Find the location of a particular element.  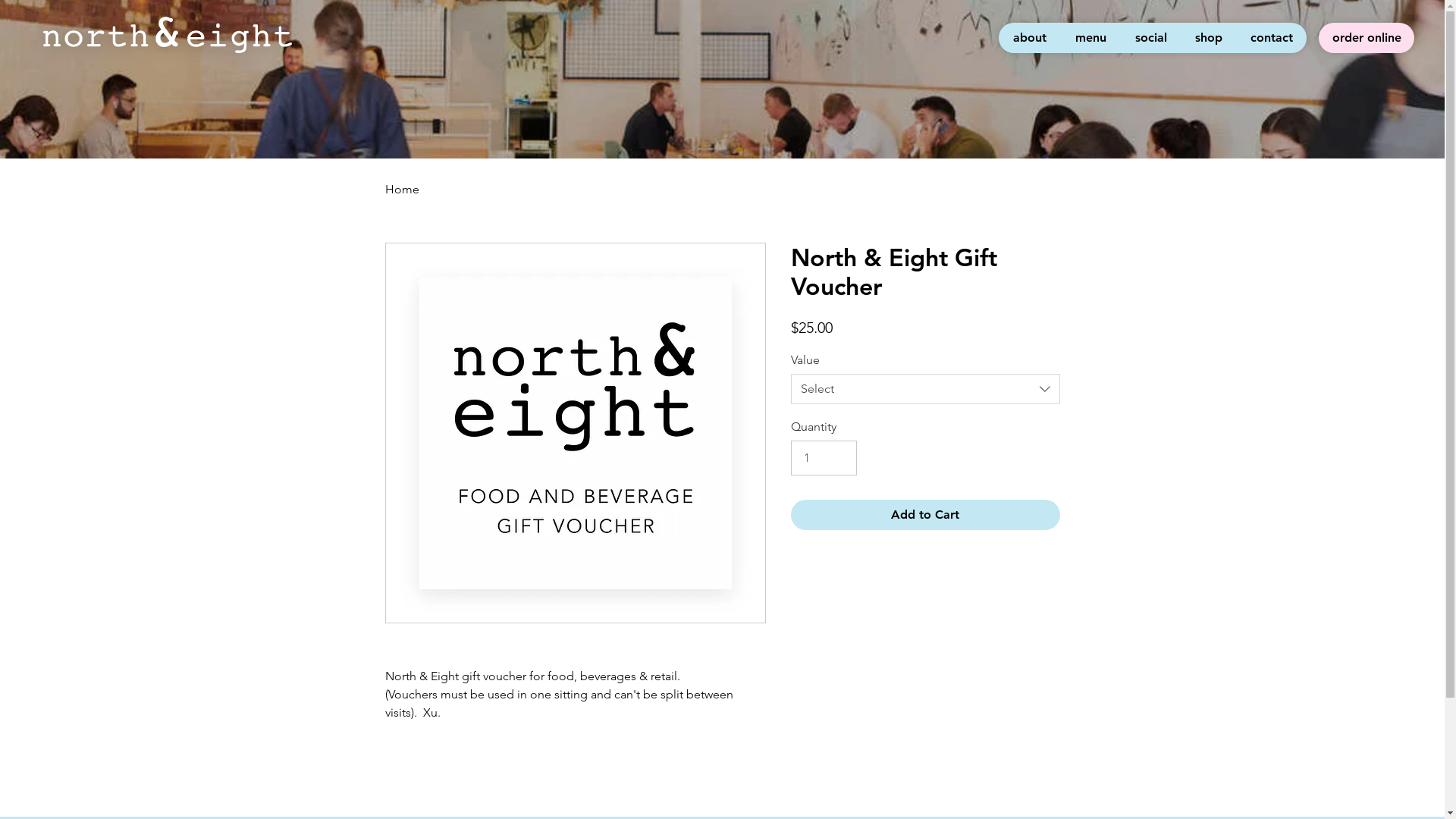

'shop' is located at coordinates (1207, 37).